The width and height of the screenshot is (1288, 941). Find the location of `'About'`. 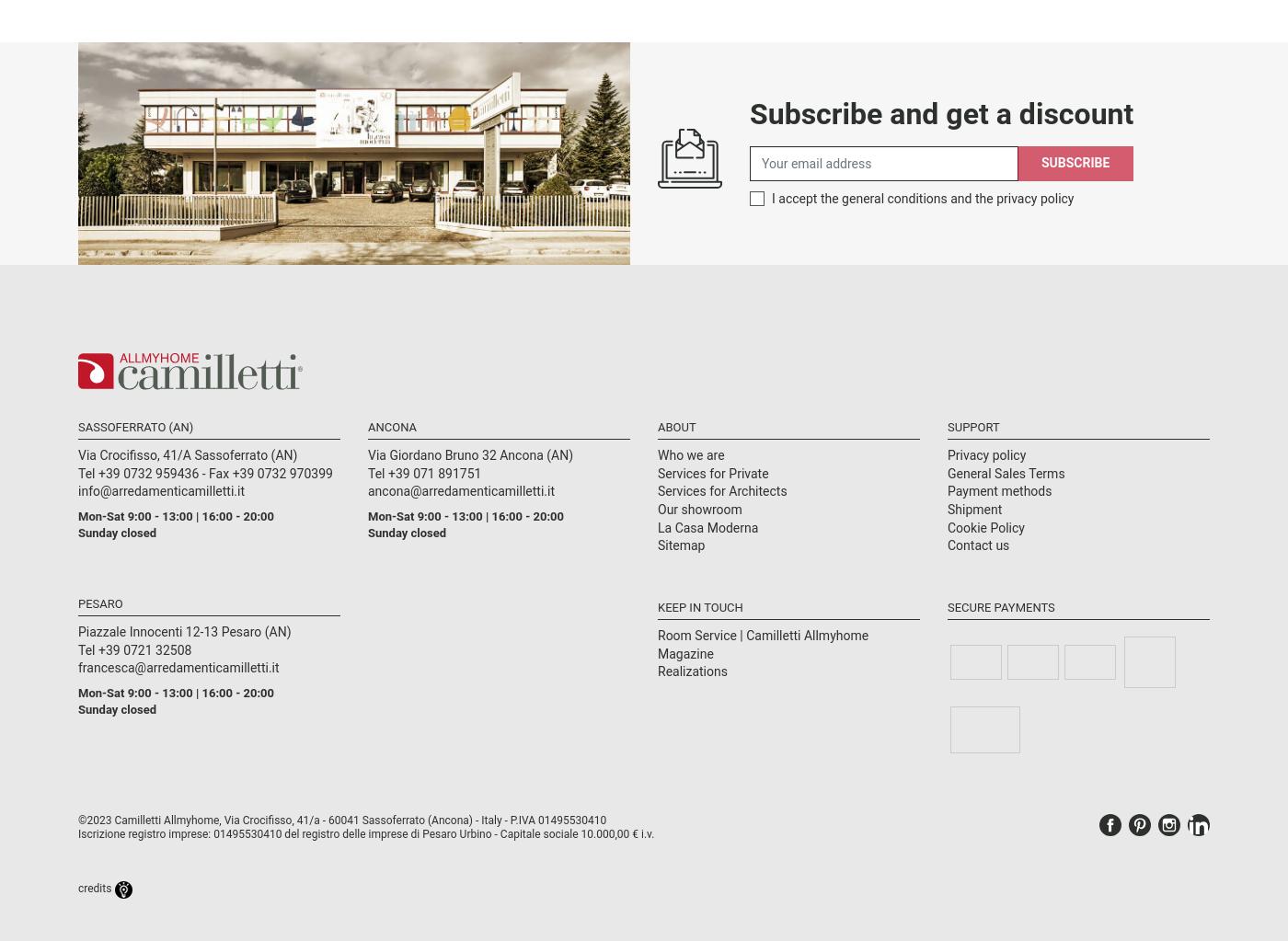

'About' is located at coordinates (676, 425).